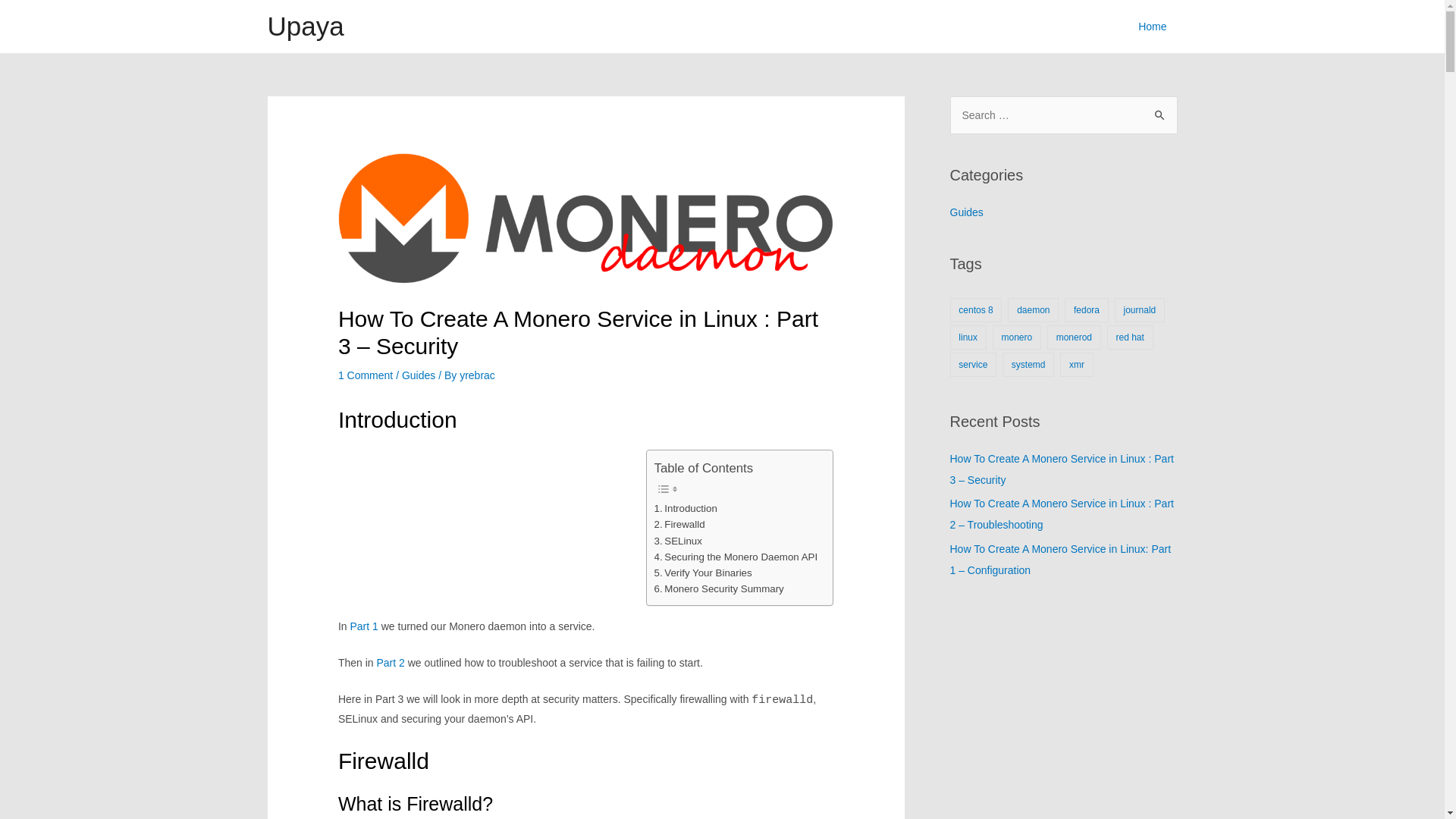 The width and height of the screenshot is (1456, 819). What do you see at coordinates (390, 662) in the screenshot?
I see `'Part 2'` at bounding box center [390, 662].